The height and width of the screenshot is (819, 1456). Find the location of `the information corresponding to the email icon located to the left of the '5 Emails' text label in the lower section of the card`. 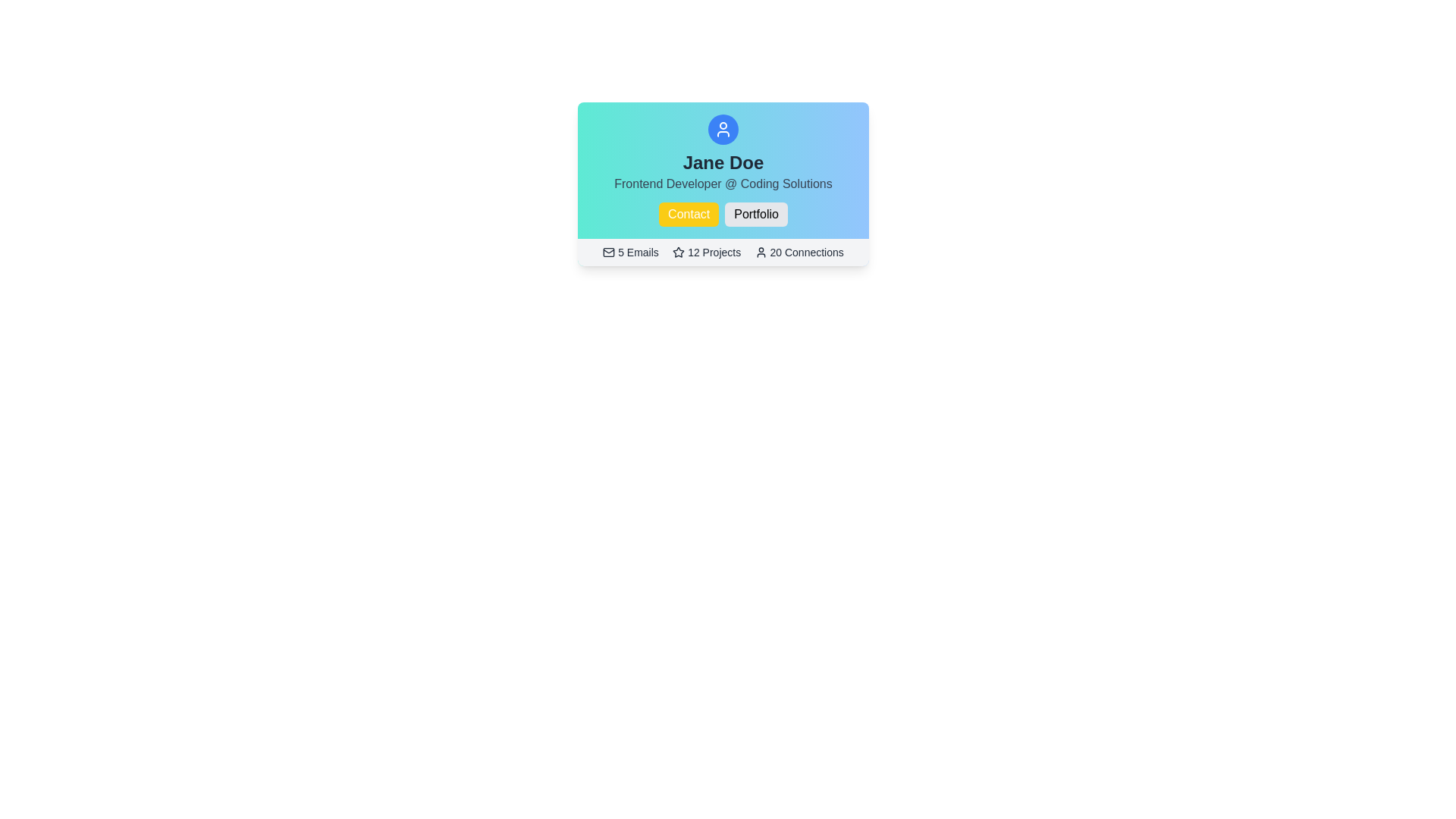

the information corresponding to the email icon located to the left of the '5 Emails' text label in the lower section of the card is located at coordinates (608, 251).